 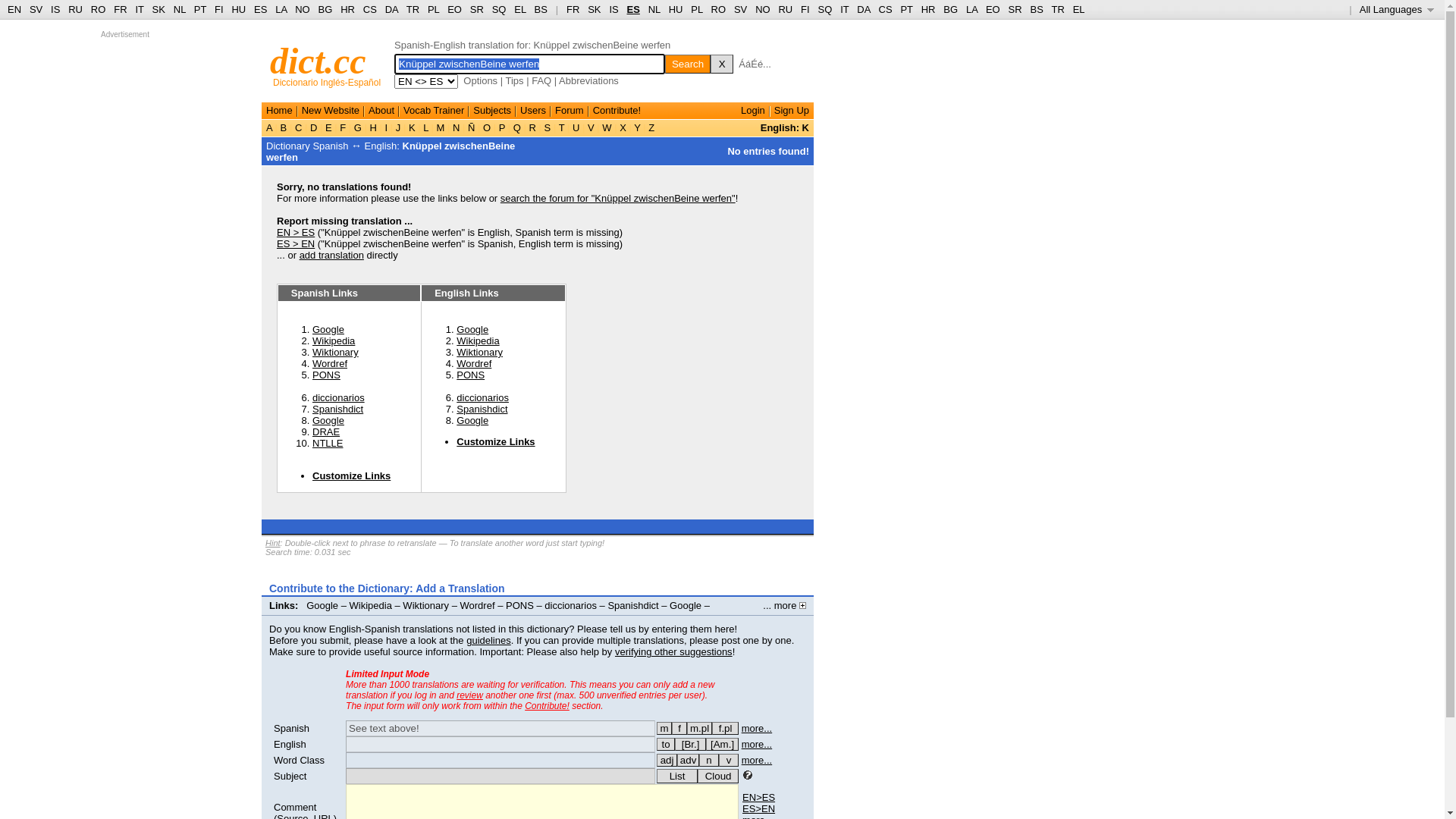 I want to click on 'Cloud', so click(x=717, y=776).